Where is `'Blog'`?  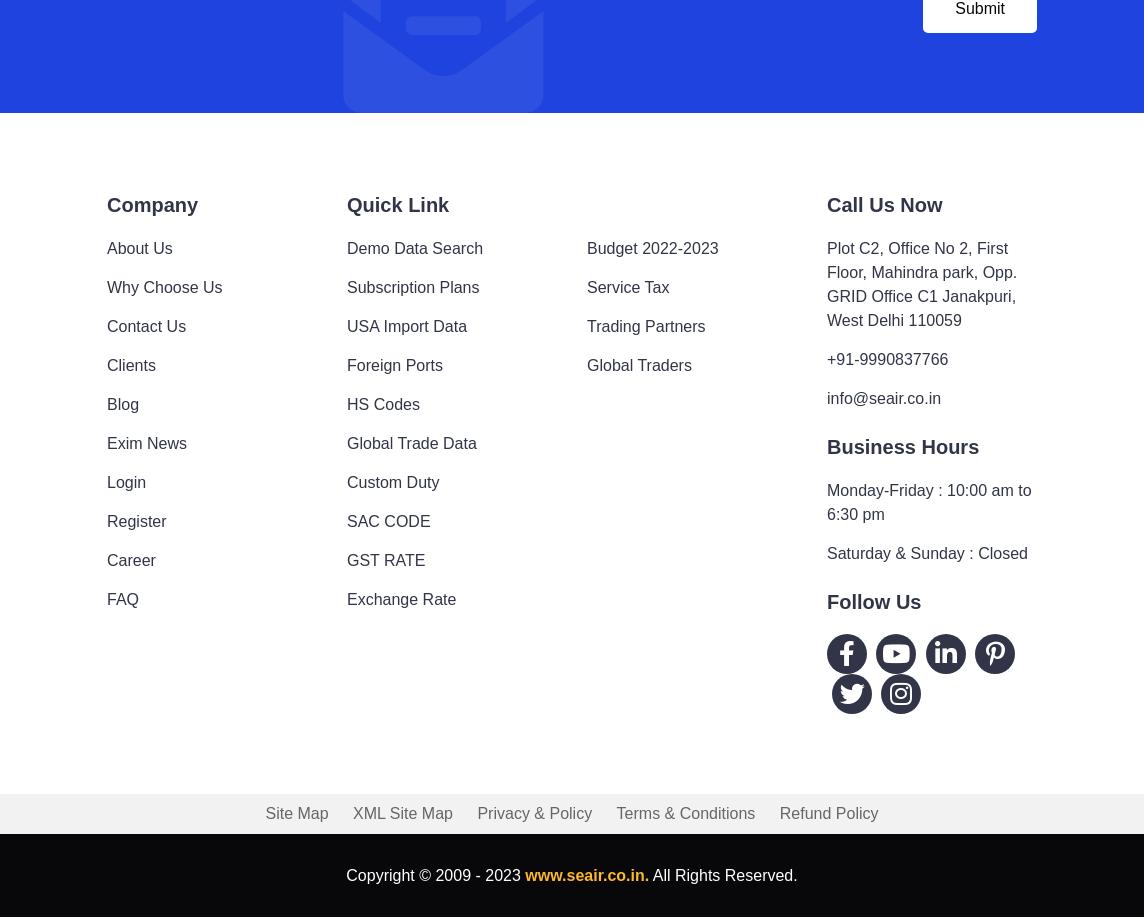 'Blog' is located at coordinates (122, 403).